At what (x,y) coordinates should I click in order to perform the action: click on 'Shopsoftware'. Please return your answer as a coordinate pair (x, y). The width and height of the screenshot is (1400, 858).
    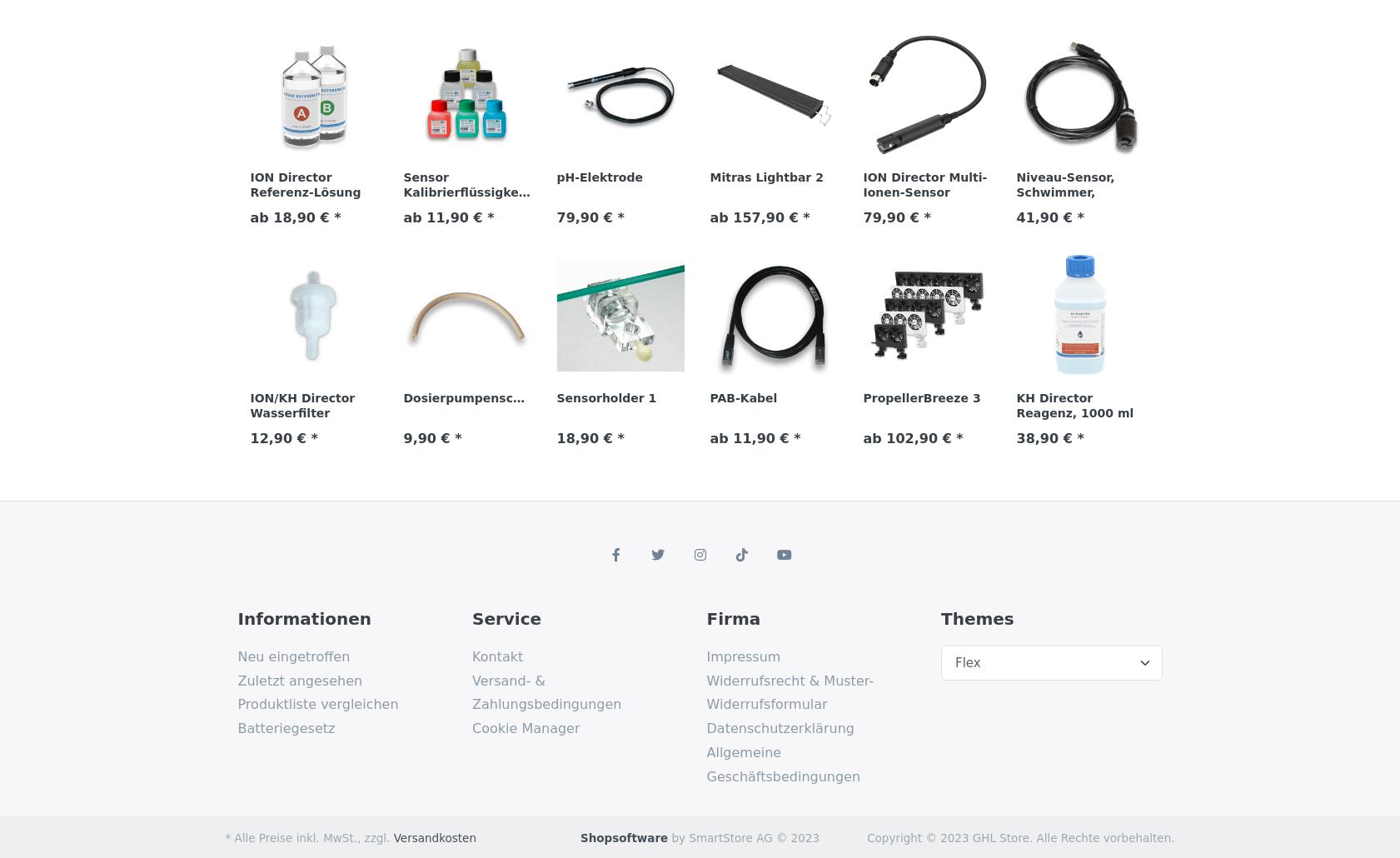
    Looking at the image, I should click on (623, 836).